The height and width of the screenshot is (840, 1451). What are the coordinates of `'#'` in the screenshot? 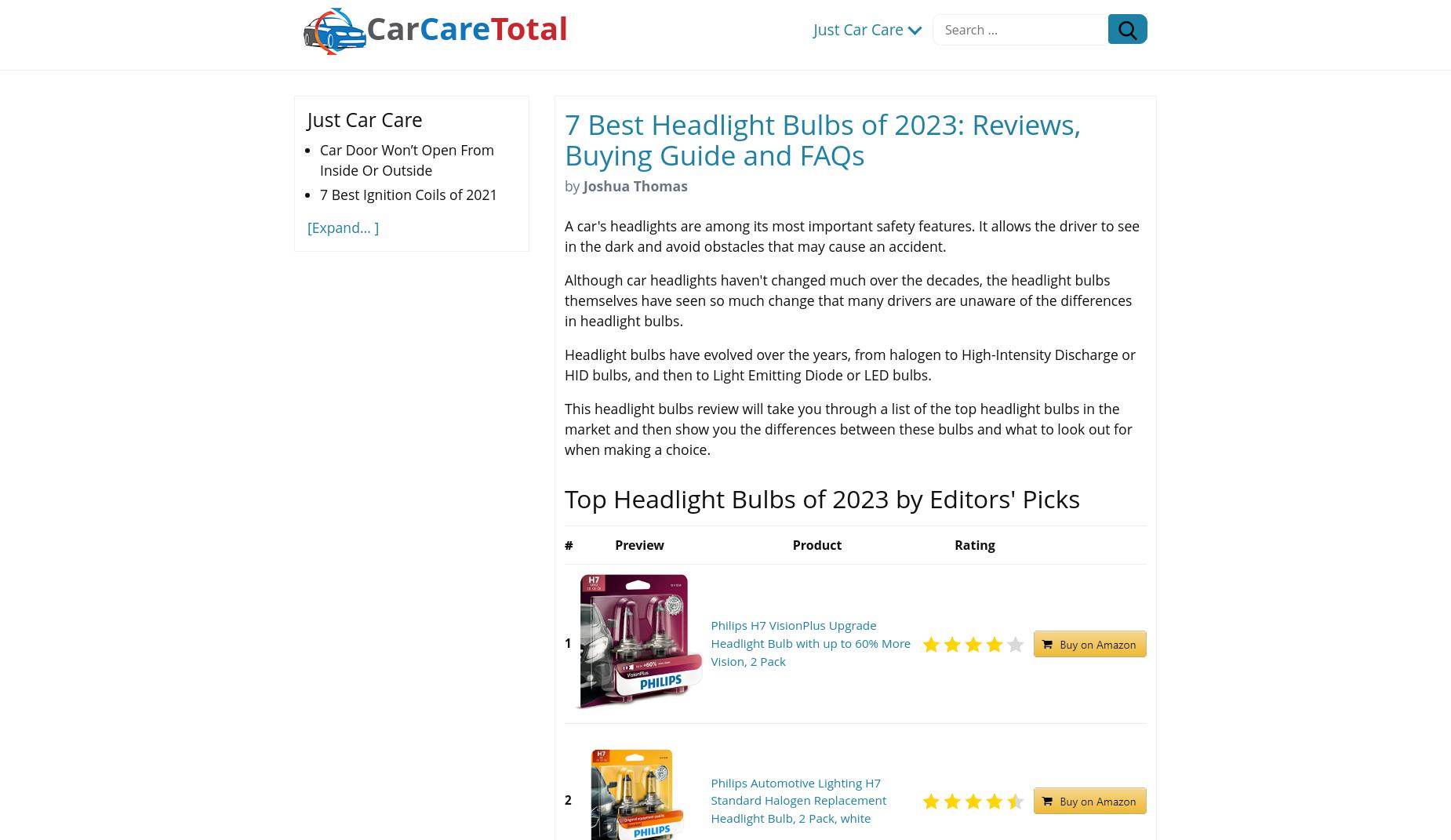 It's located at (569, 544).